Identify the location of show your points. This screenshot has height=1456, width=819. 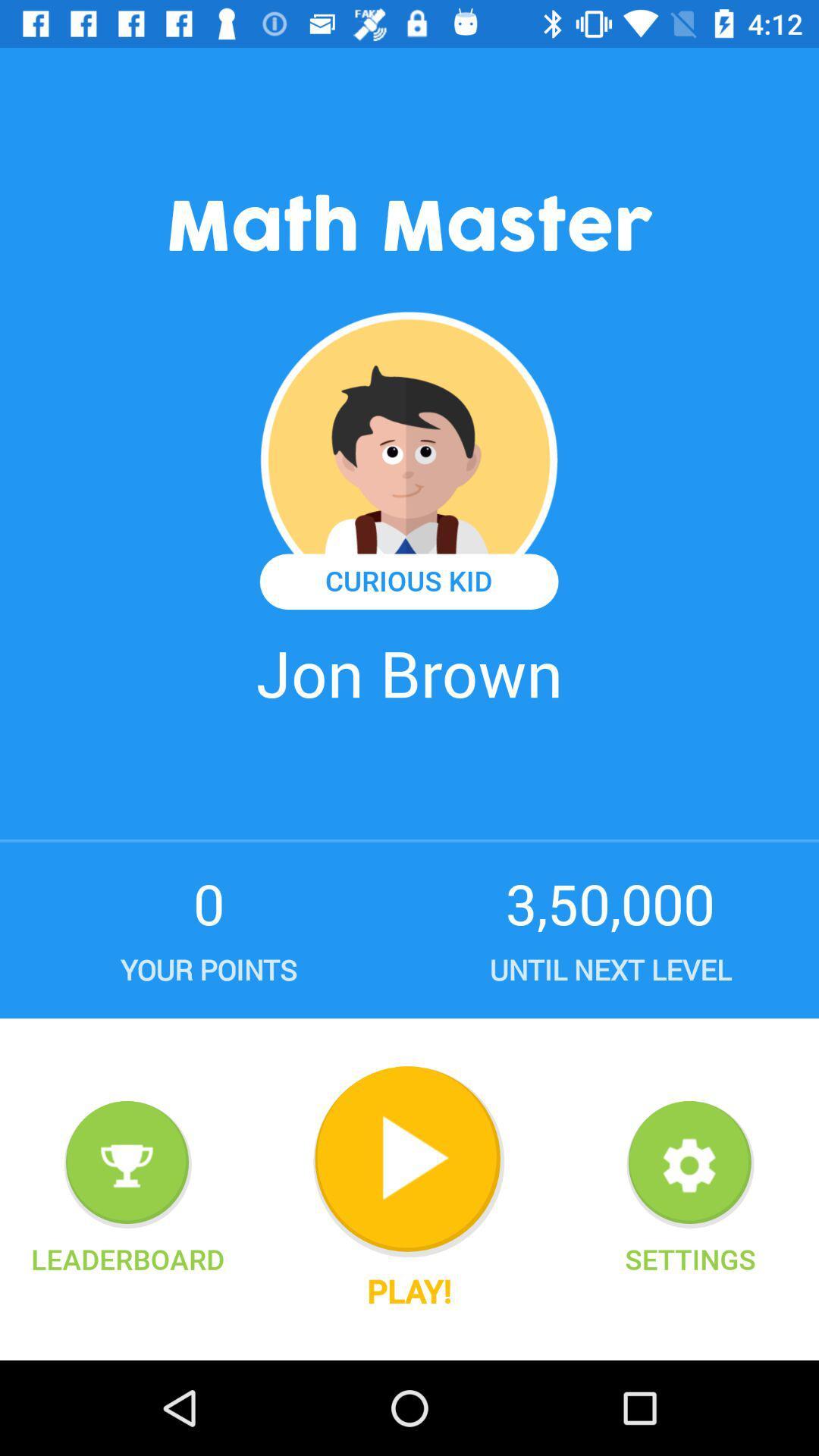
(127, 1164).